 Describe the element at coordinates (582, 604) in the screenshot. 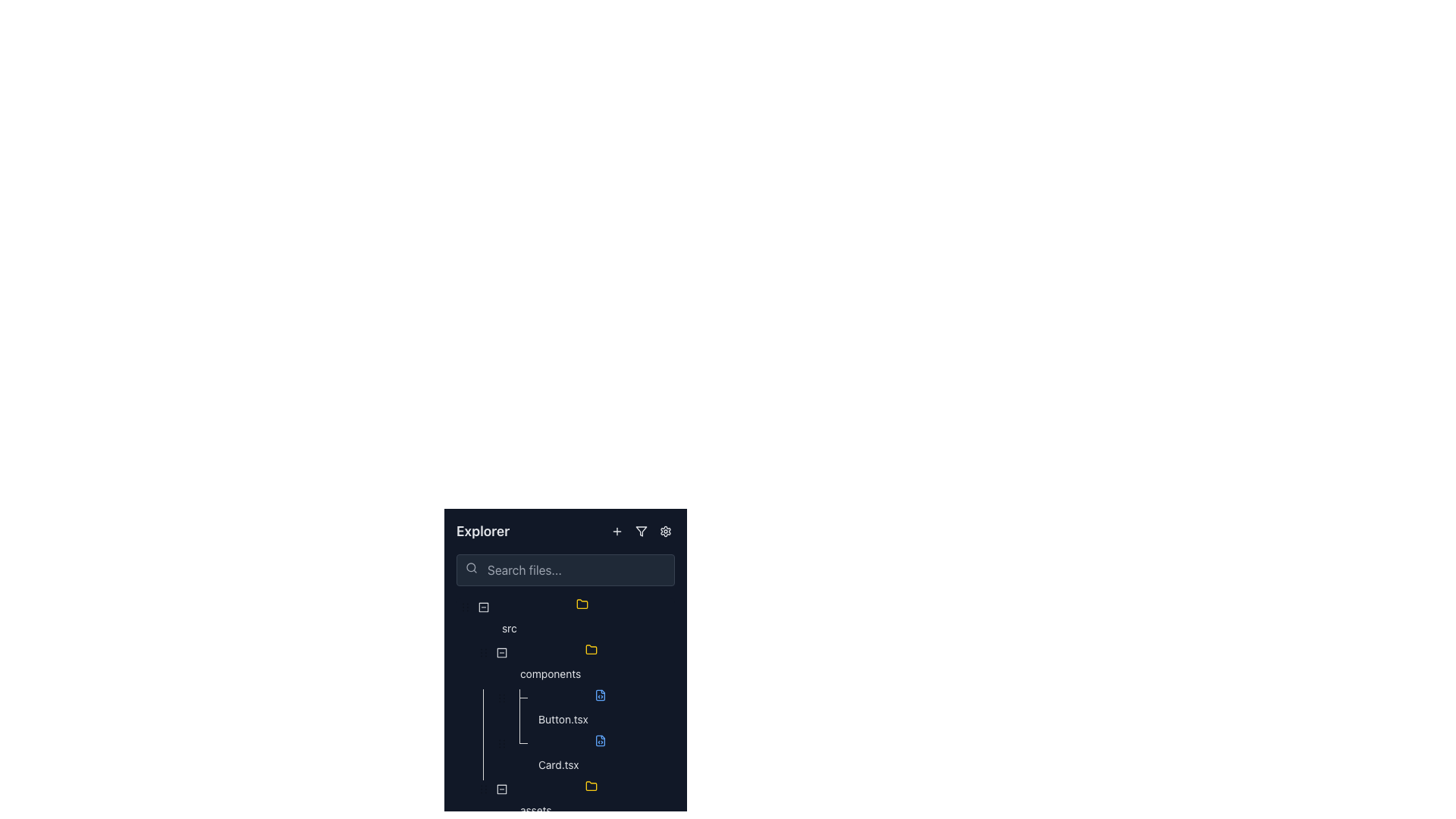

I see `the folder icon in the Explorer section` at that location.